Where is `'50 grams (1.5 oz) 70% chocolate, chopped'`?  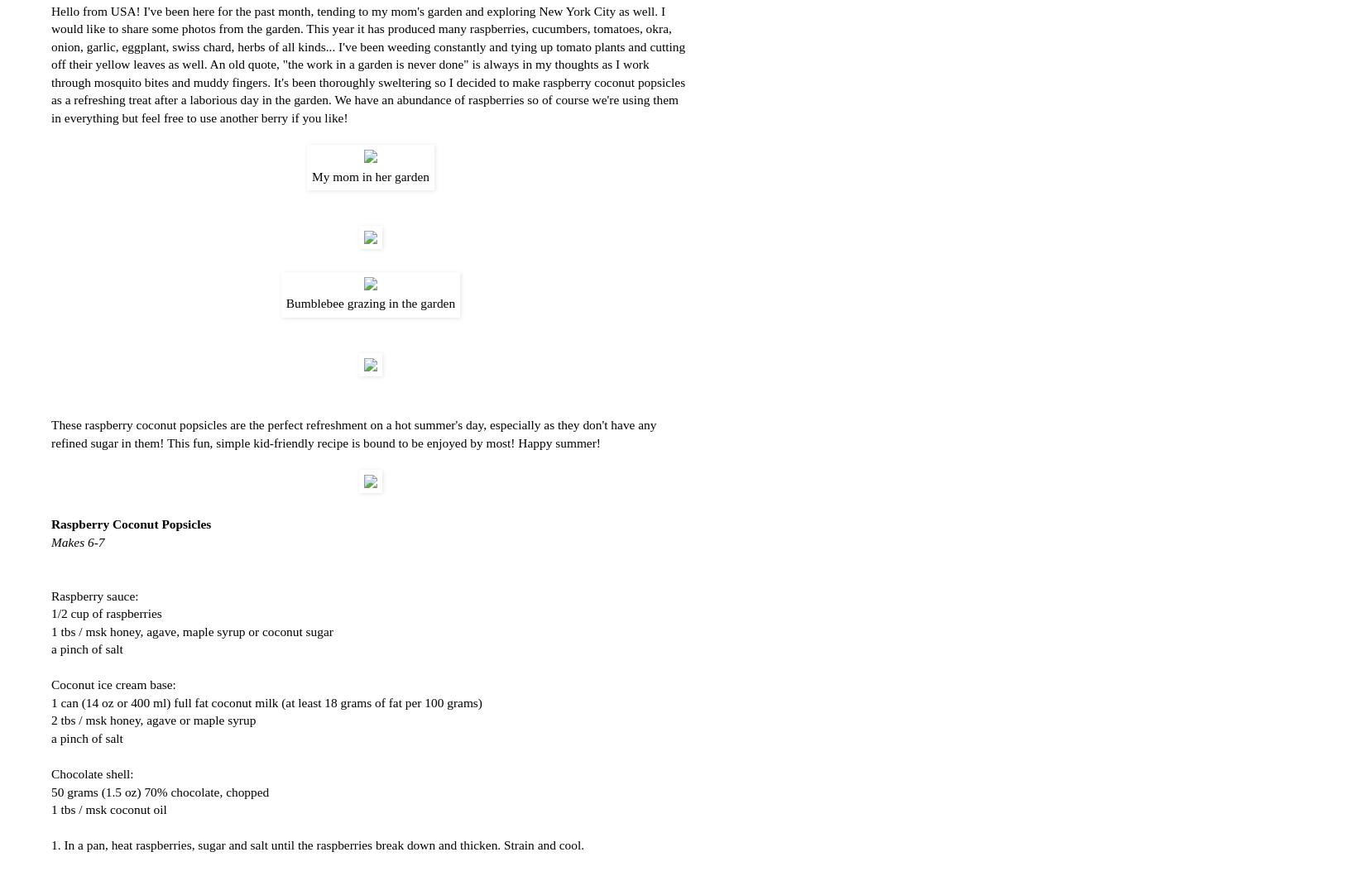
'50 grams (1.5 oz) 70% chocolate, chopped' is located at coordinates (160, 790).